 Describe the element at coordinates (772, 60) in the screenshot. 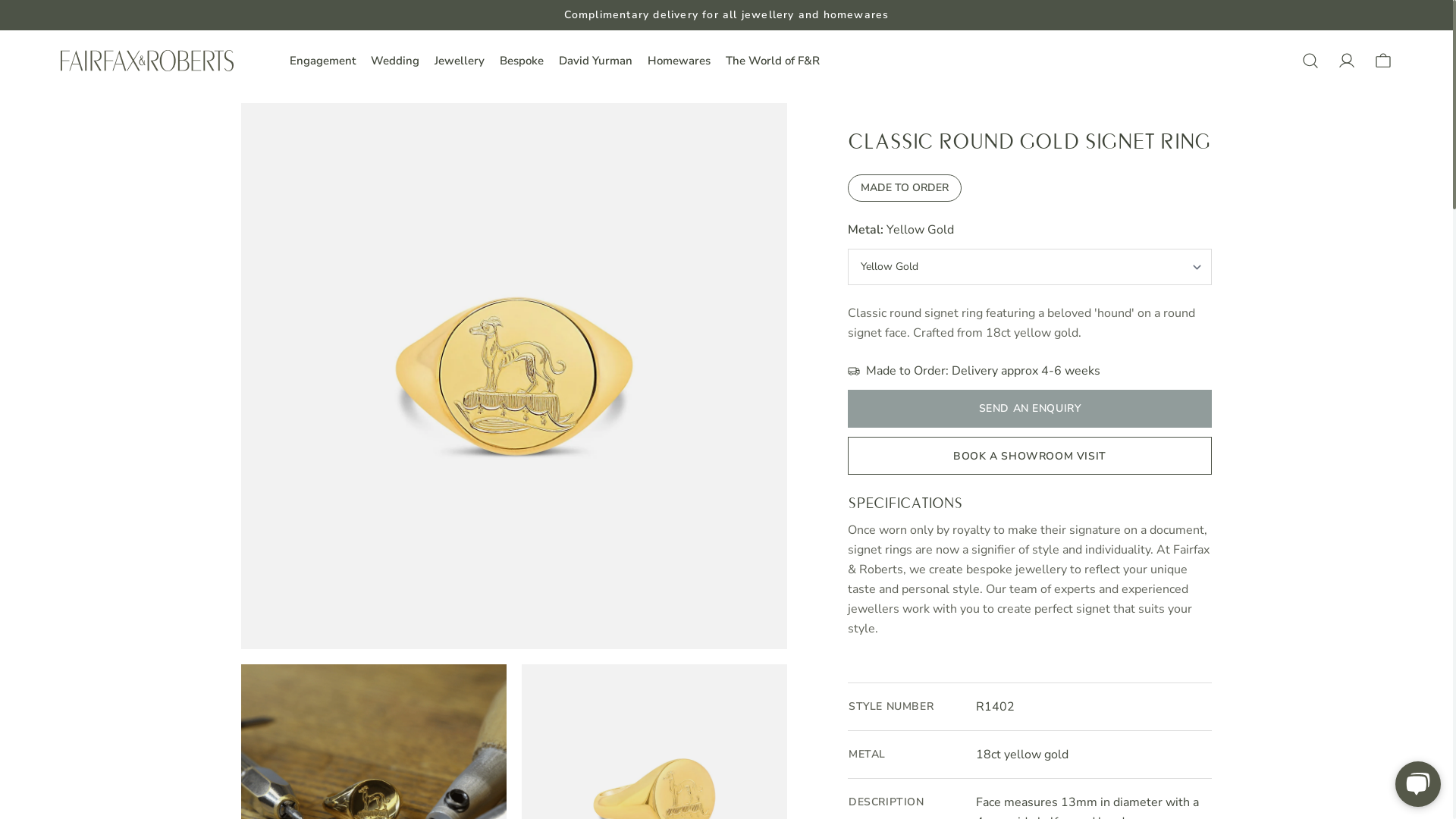

I see `'The World of F&R'` at that location.